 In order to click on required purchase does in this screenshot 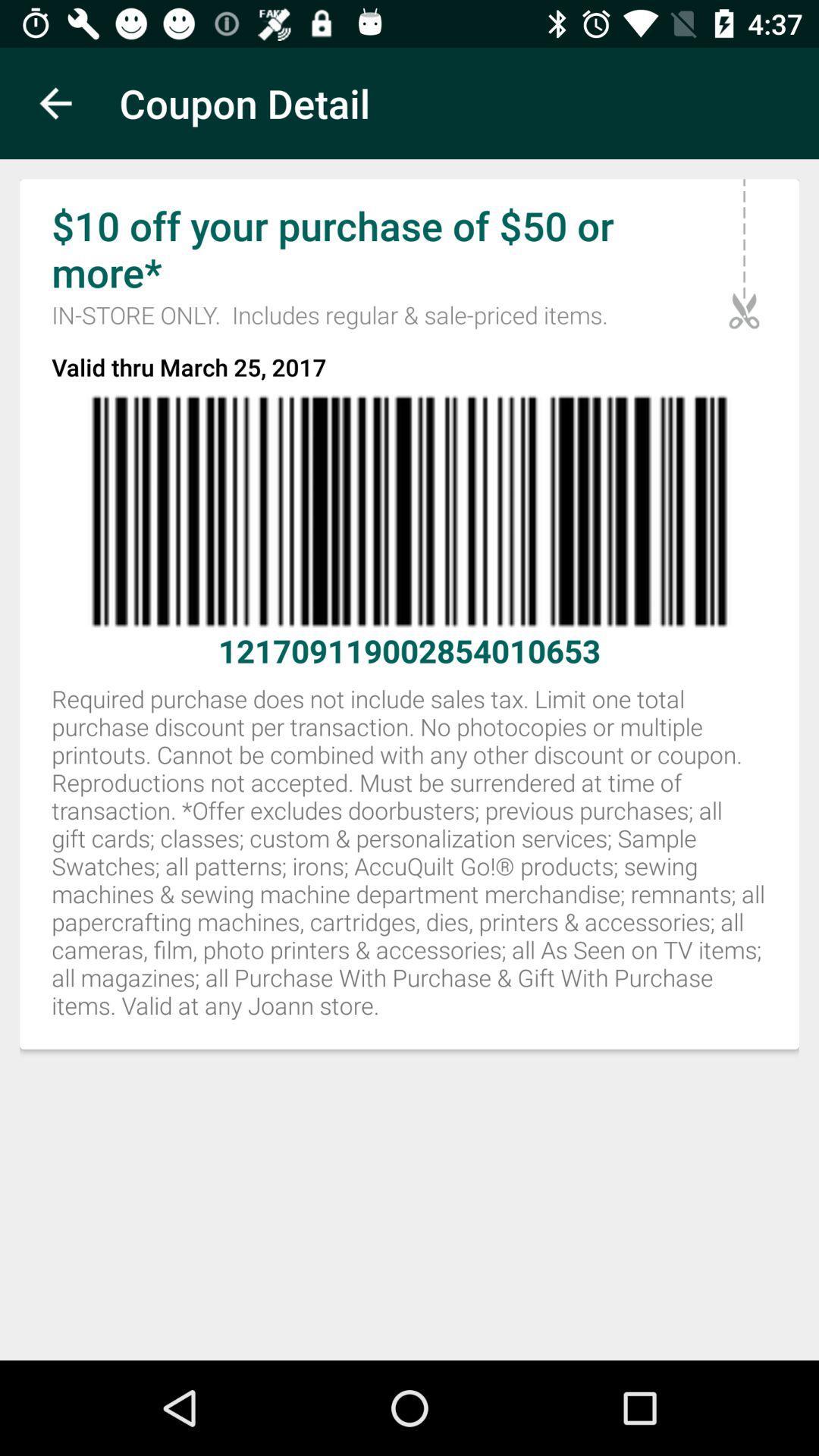, I will do `click(409, 861)`.